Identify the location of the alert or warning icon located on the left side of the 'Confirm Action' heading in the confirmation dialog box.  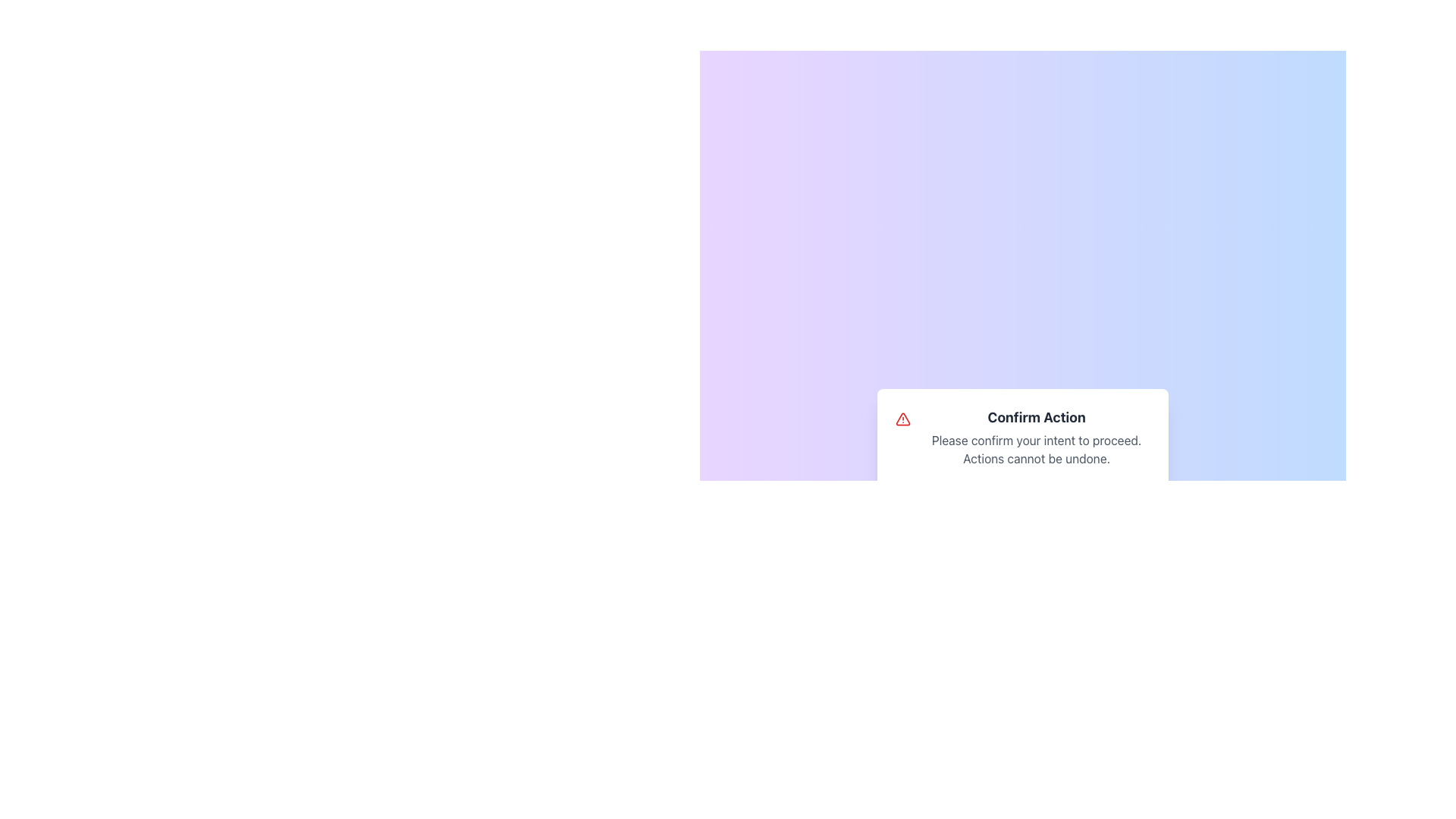
(903, 419).